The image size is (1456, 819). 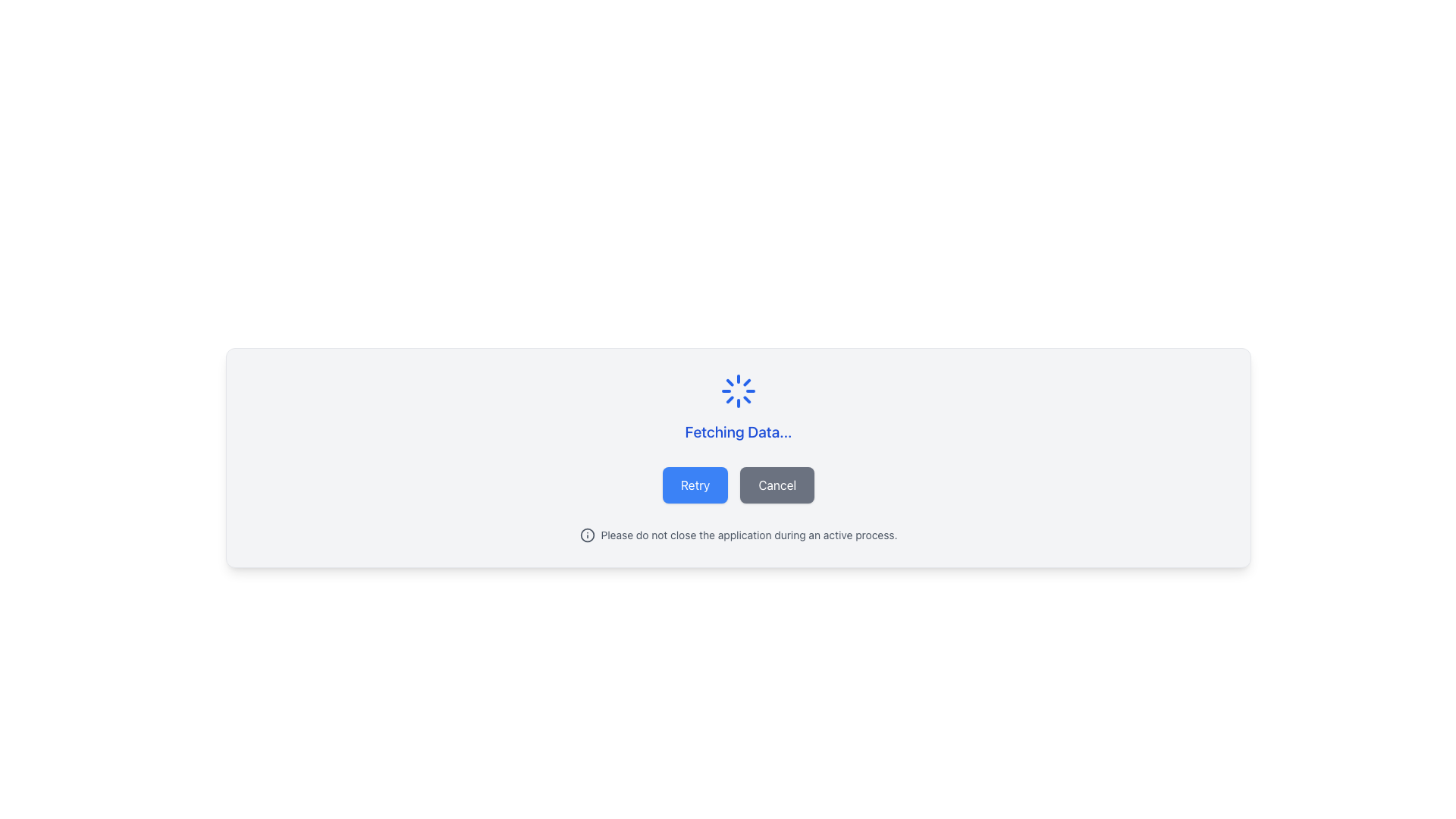 What do you see at coordinates (739, 534) in the screenshot?
I see `the informational text block warning users not to close the application while a process is active, located at the bottom of the dialog box, beneath the 'Retry' and 'Cancel' buttons` at bounding box center [739, 534].